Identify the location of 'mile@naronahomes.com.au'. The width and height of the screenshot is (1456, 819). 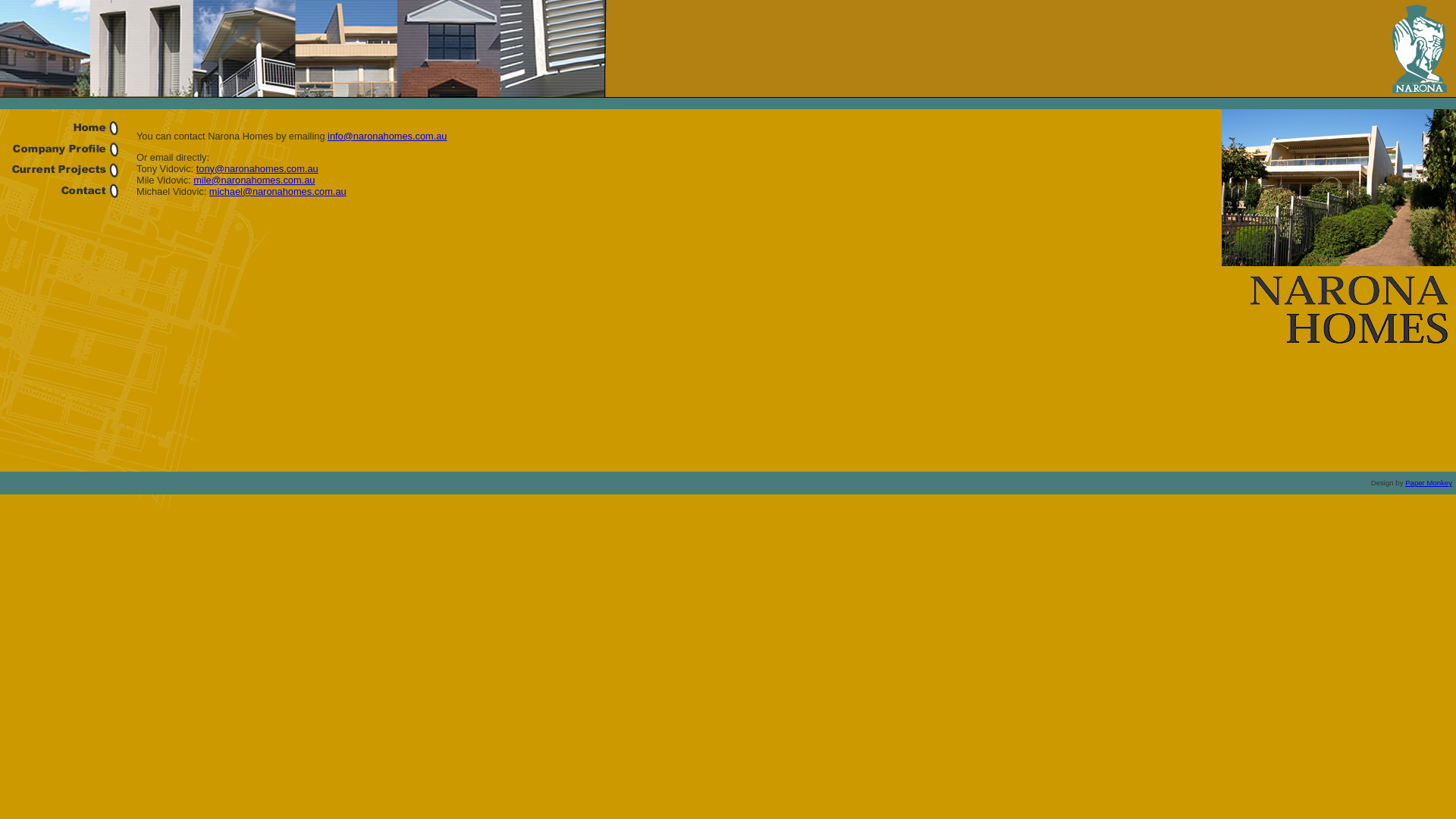
(254, 179).